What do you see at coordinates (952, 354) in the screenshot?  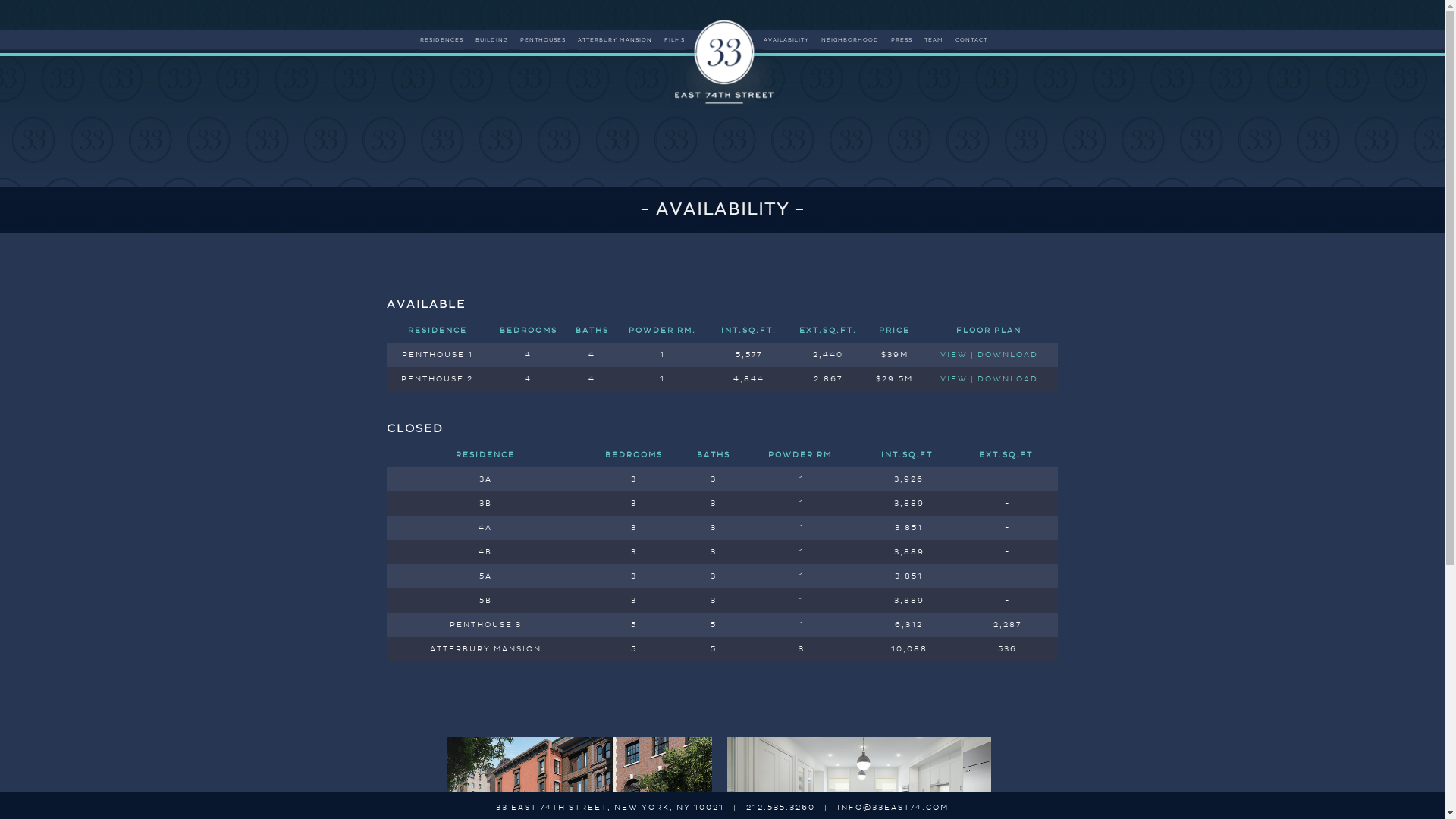 I see `'VIEW'` at bounding box center [952, 354].